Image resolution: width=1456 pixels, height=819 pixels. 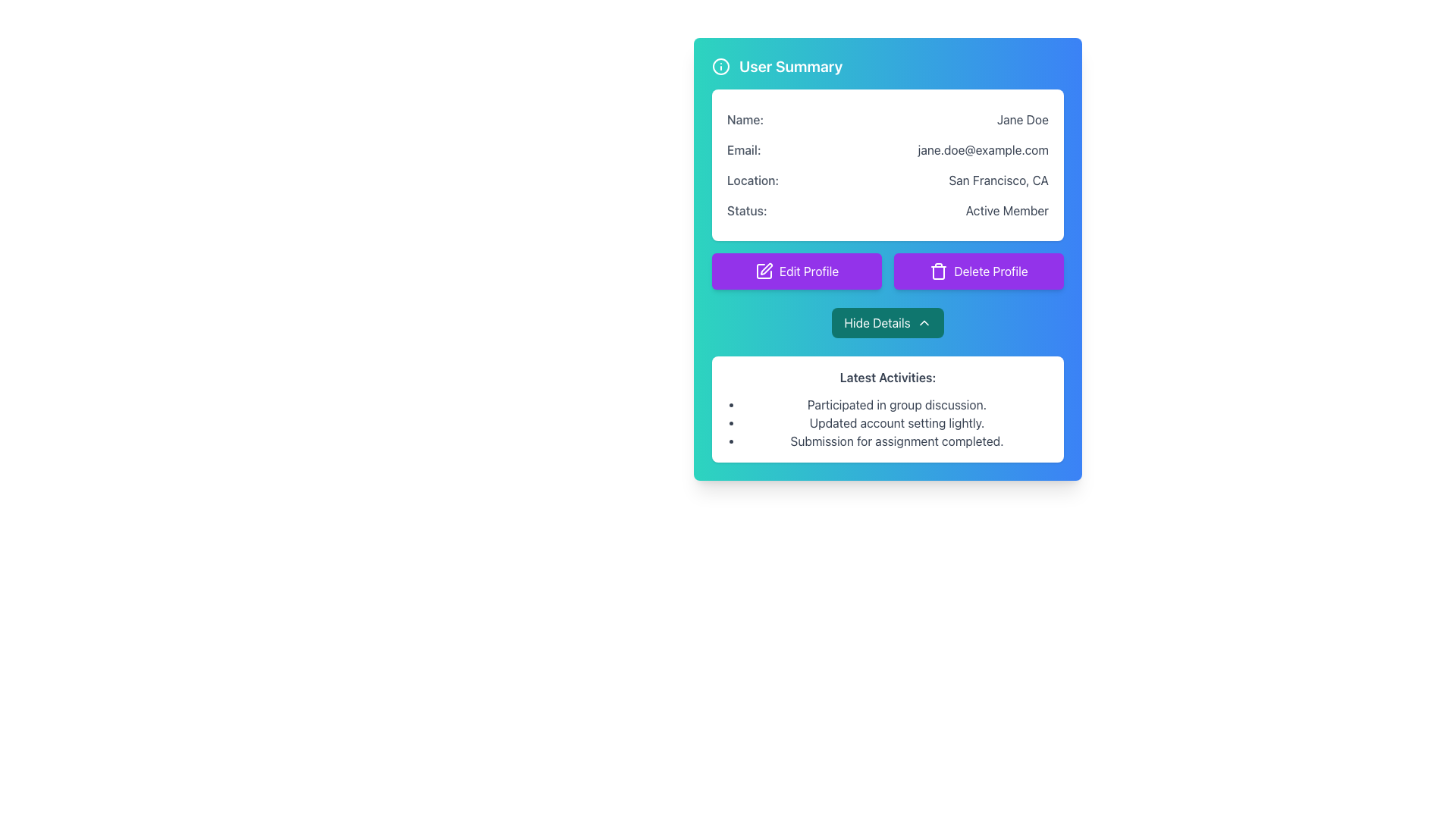 What do you see at coordinates (999, 180) in the screenshot?
I see `the static text displaying the user's location information, which shows 'San Francisco, CA' after the label 'Location:' in the user profile card` at bounding box center [999, 180].